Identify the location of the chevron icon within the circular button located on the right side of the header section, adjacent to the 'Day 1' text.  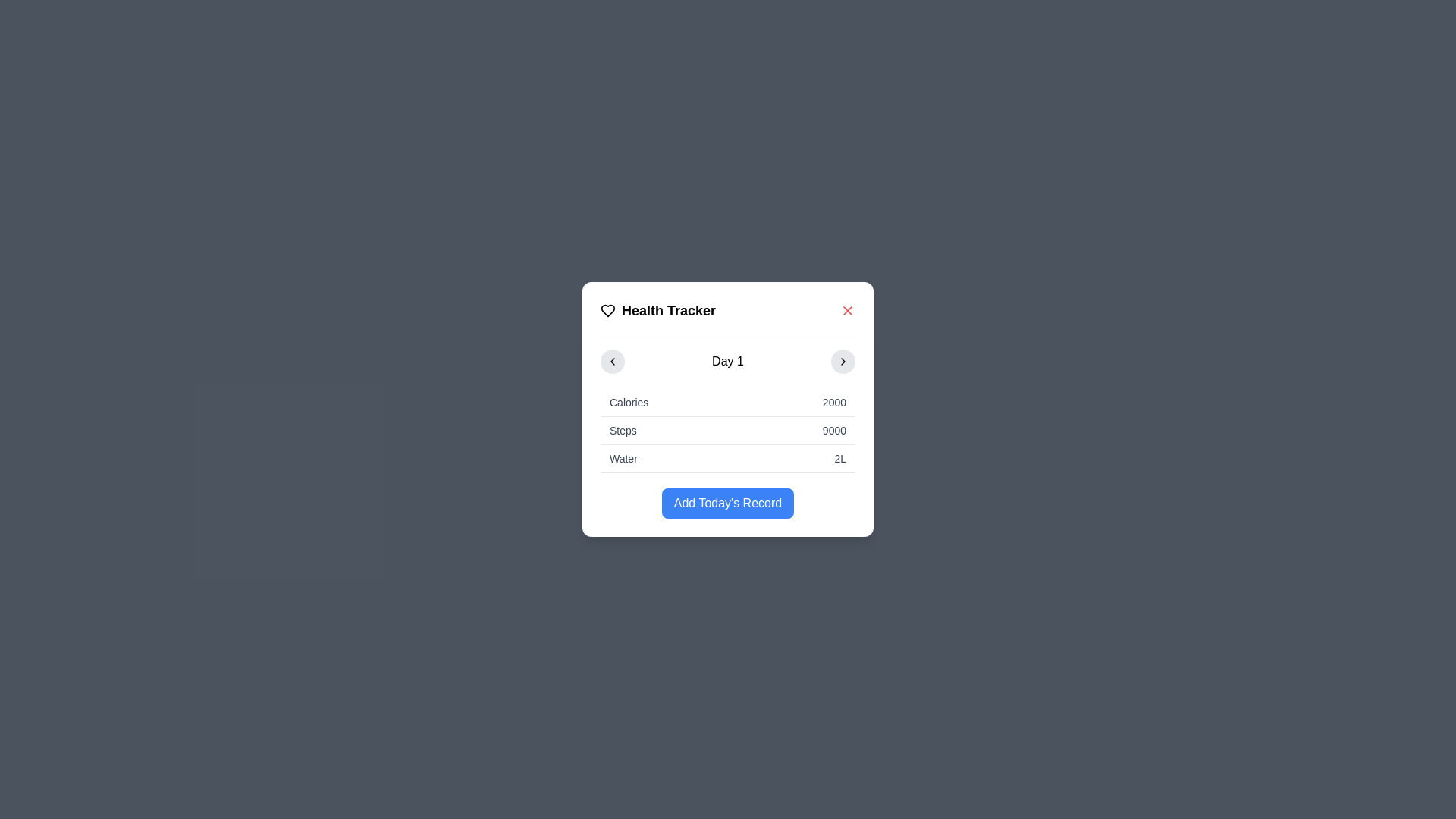
(843, 362).